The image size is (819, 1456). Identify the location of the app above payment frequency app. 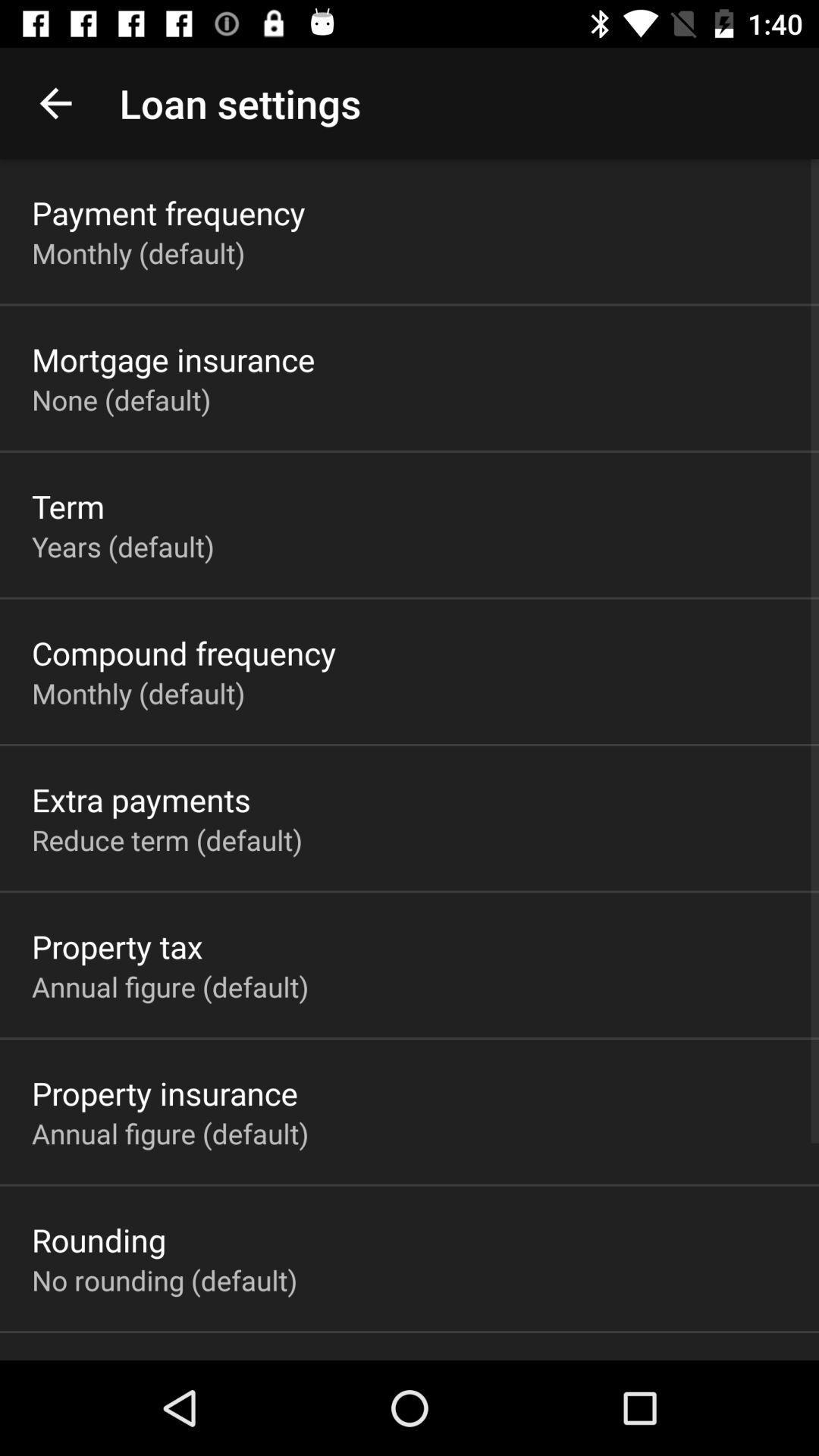
(55, 102).